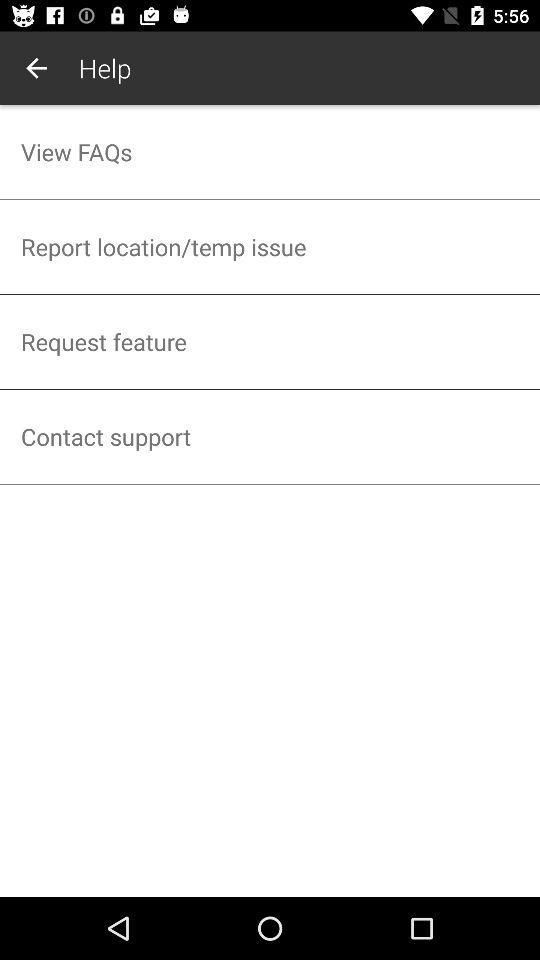  I want to click on the contact support, so click(270, 436).